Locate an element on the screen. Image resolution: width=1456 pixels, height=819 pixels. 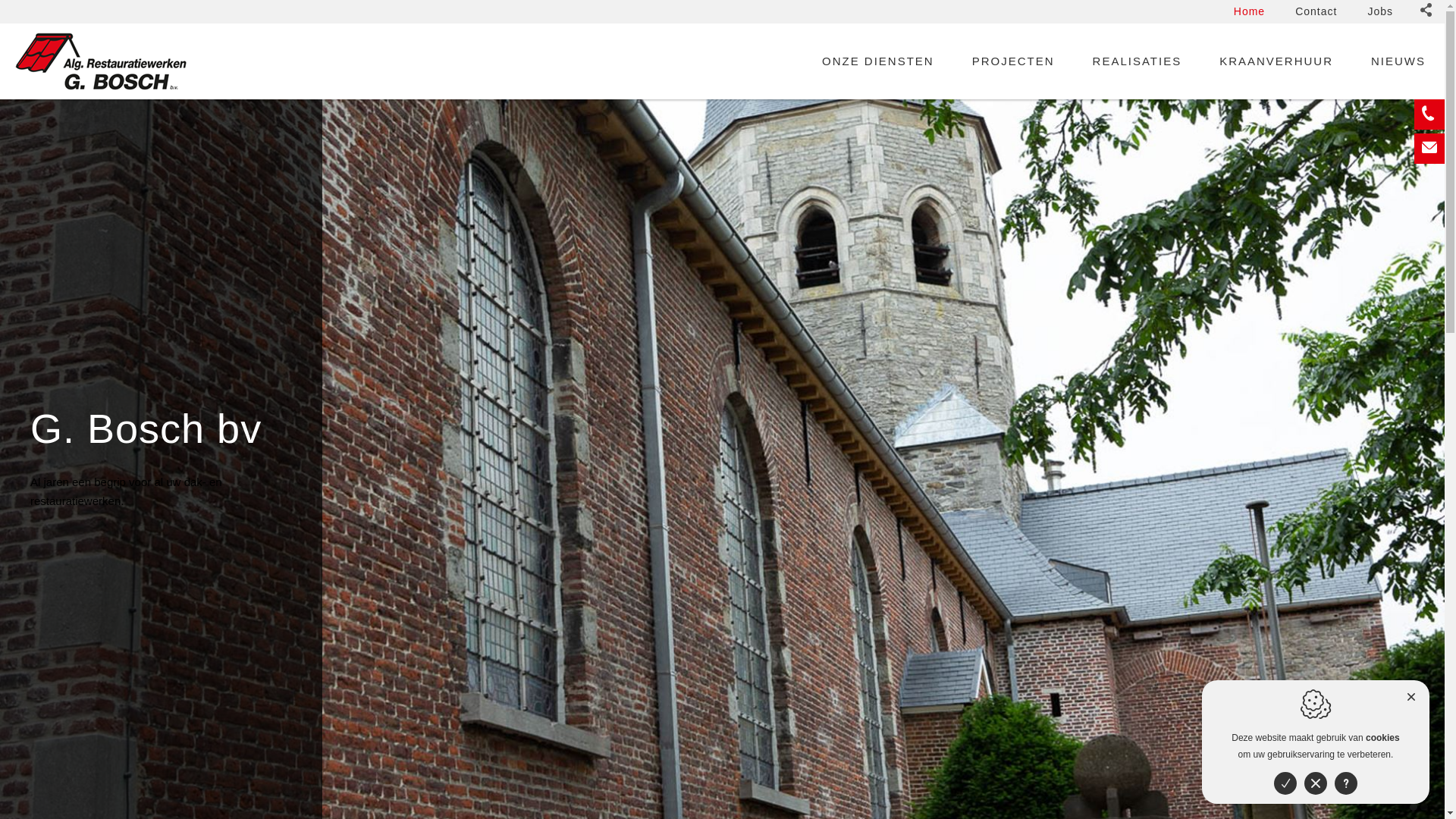
'NIEUWS' is located at coordinates (1397, 61).